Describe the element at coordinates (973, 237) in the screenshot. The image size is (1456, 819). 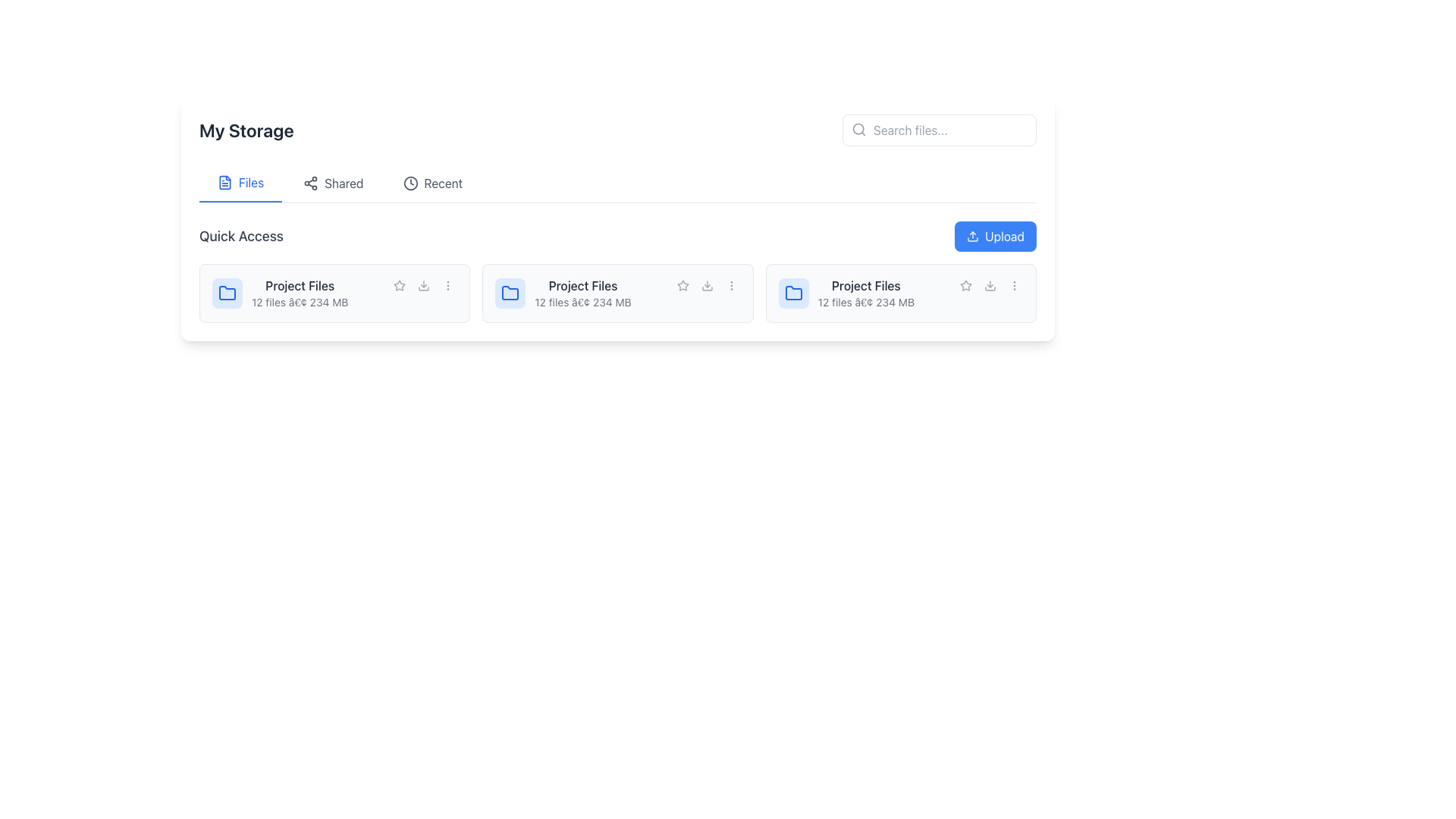
I see `the upload icon located within the blue 'Upload' button at the top-right corner of the interface, which features an upward-pointing arrow` at that location.